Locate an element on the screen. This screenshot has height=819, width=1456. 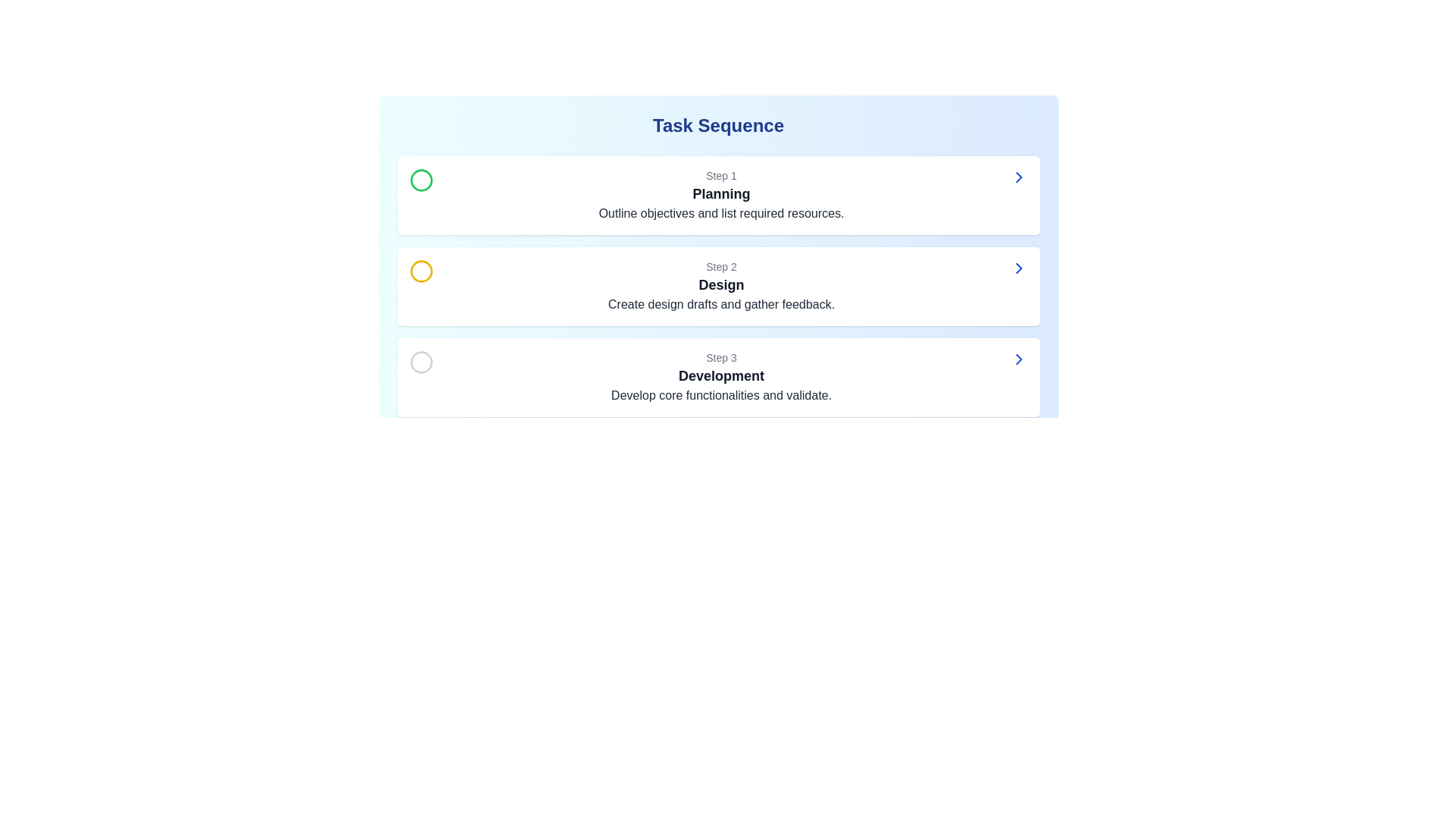
the arrow icon located in the top-right corner of the card for step 1, titled 'Planning' is located at coordinates (1018, 177).